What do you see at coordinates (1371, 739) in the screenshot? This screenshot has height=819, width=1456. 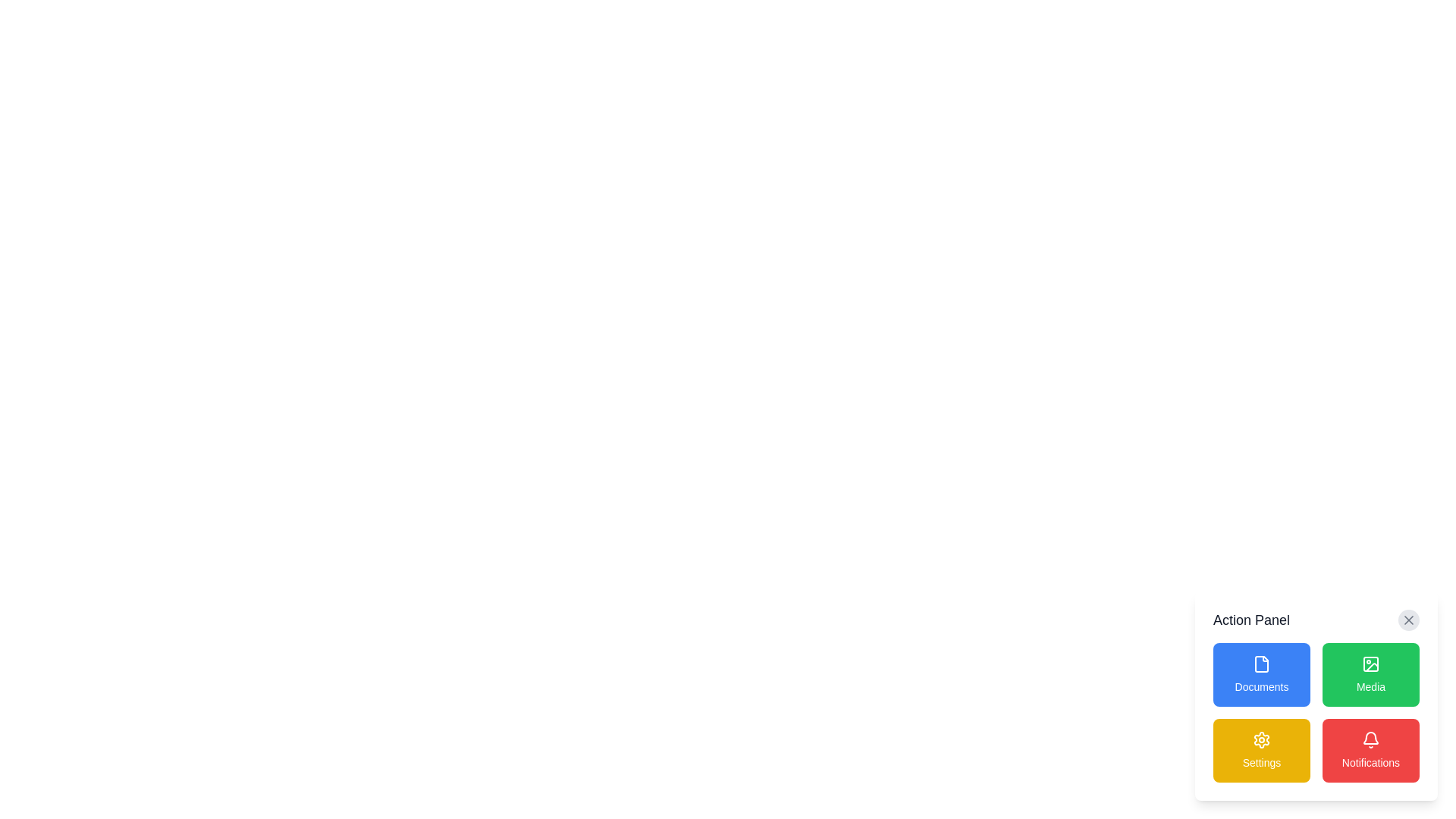 I see `the bell icon located at the top center of the 'Notifications' button` at bounding box center [1371, 739].